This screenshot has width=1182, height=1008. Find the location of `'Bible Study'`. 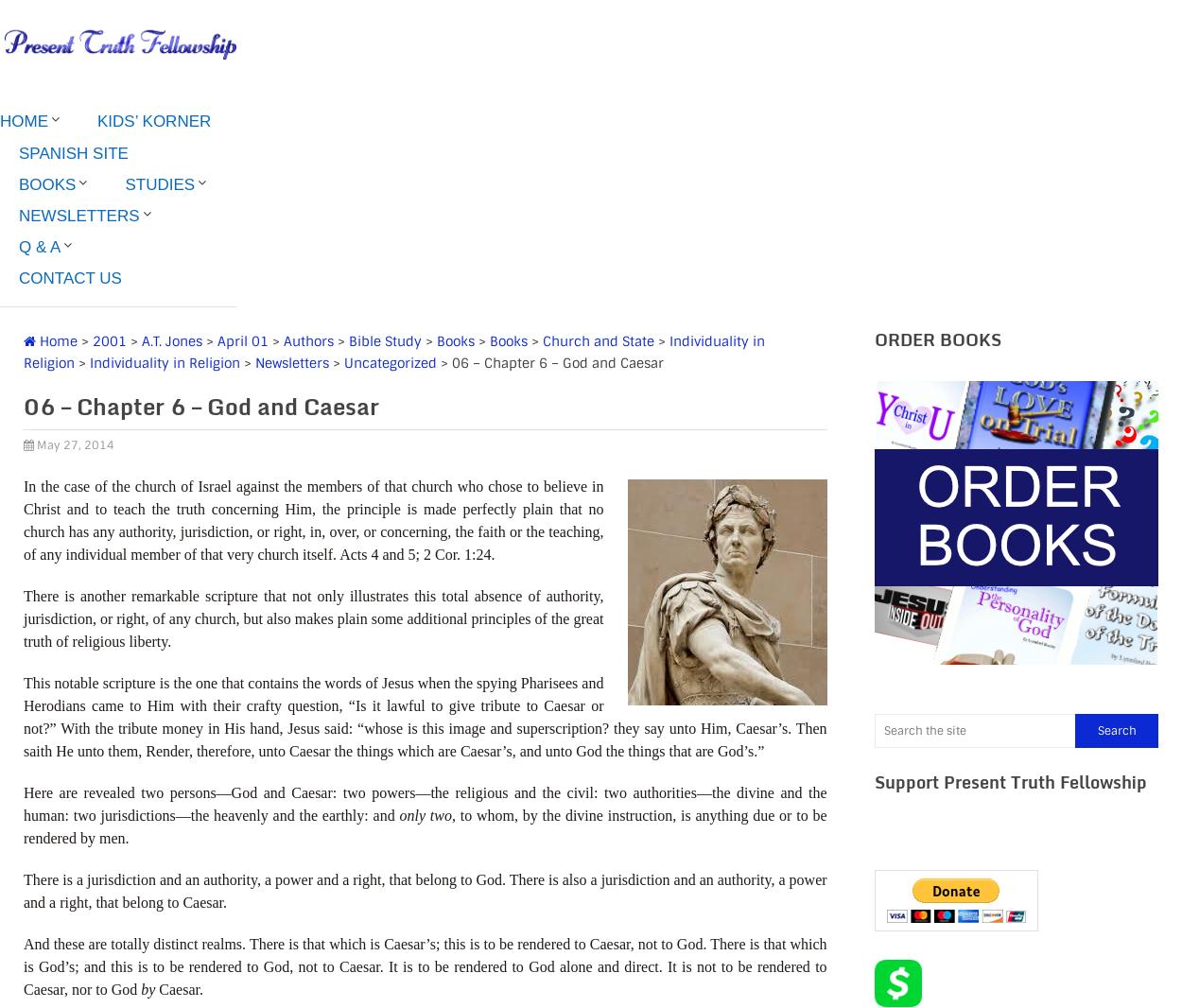

'Bible Study' is located at coordinates (348, 339).